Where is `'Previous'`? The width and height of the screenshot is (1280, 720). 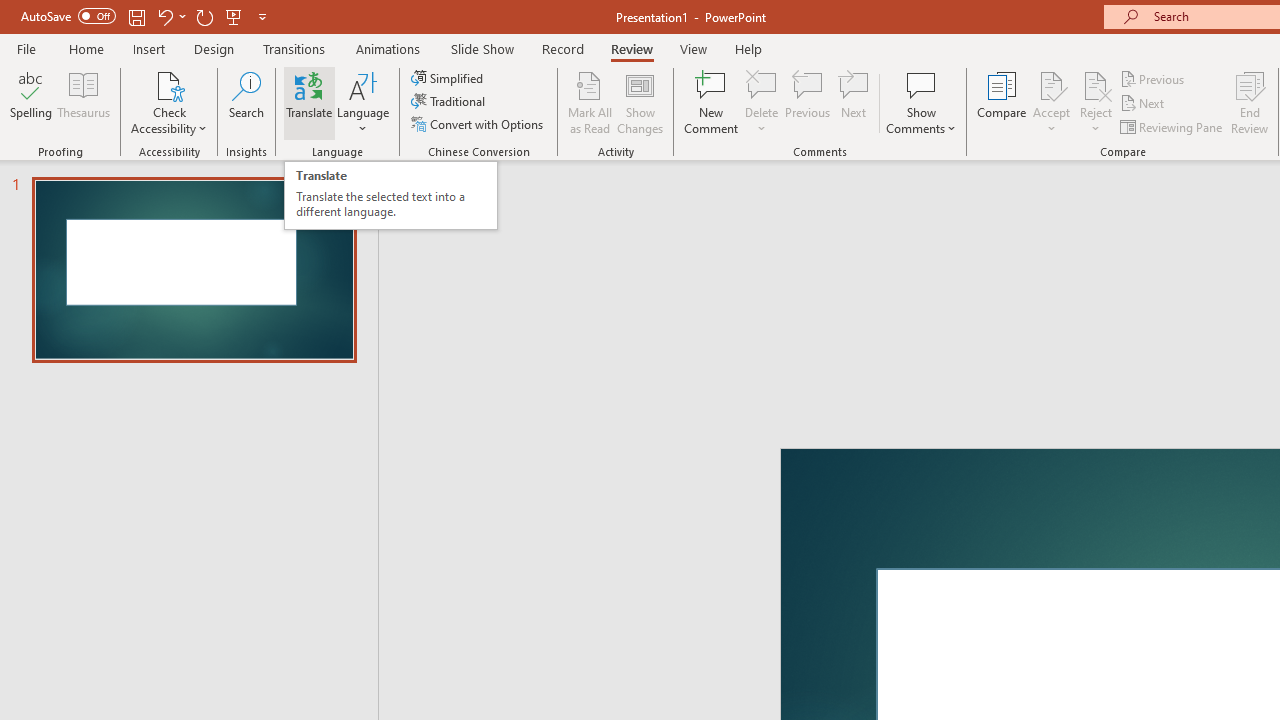 'Previous' is located at coordinates (1153, 78).